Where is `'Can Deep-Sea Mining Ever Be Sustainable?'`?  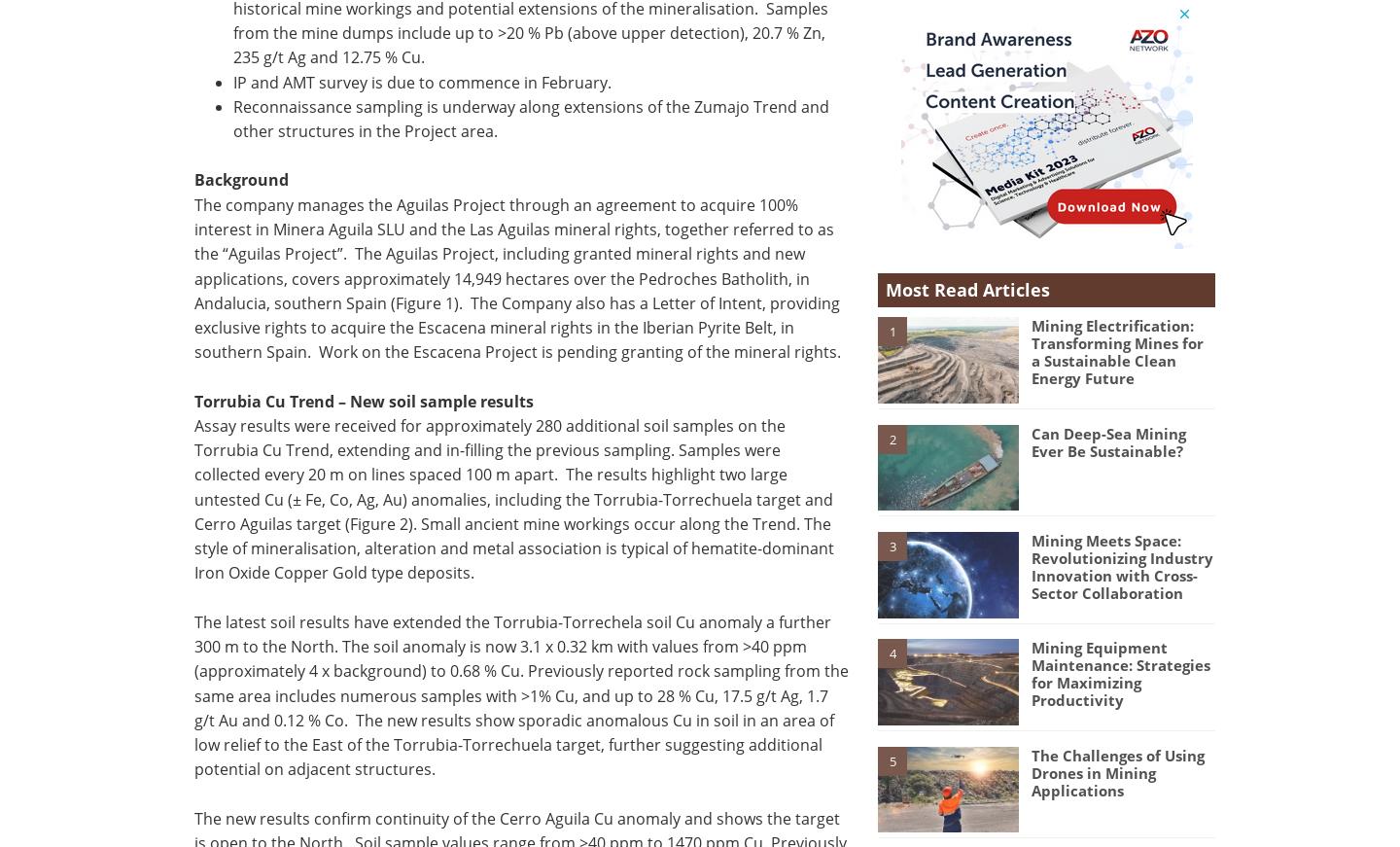 'Can Deep-Sea Mining Ever Be Sustainable?' is located at coordinates (1106, 441).